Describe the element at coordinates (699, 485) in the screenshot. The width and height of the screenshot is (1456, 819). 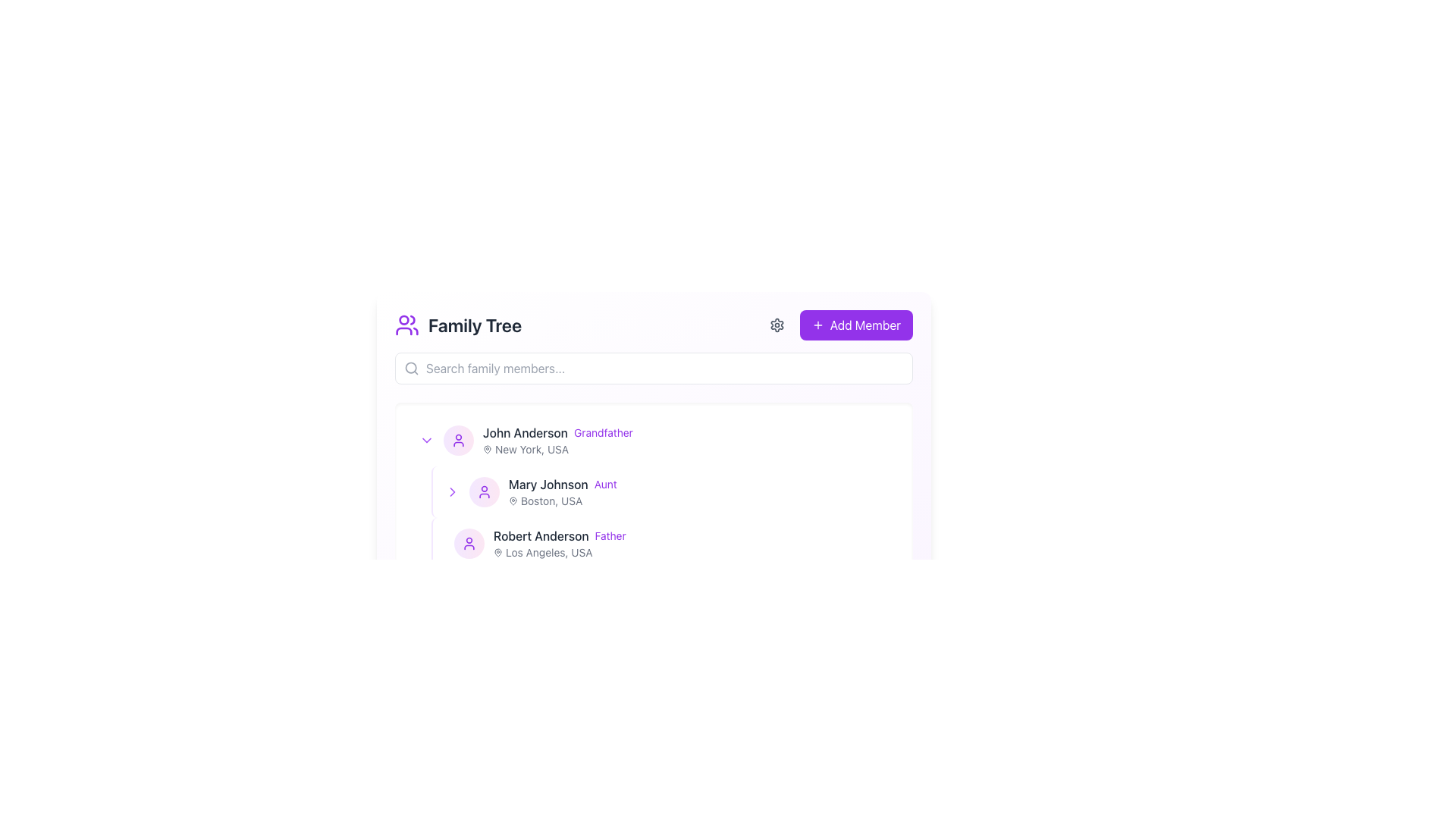
I see `the Text Label displaying 'Mary Johnson' with the role 'Aunt' by moving the mouse to its center point` at that location.